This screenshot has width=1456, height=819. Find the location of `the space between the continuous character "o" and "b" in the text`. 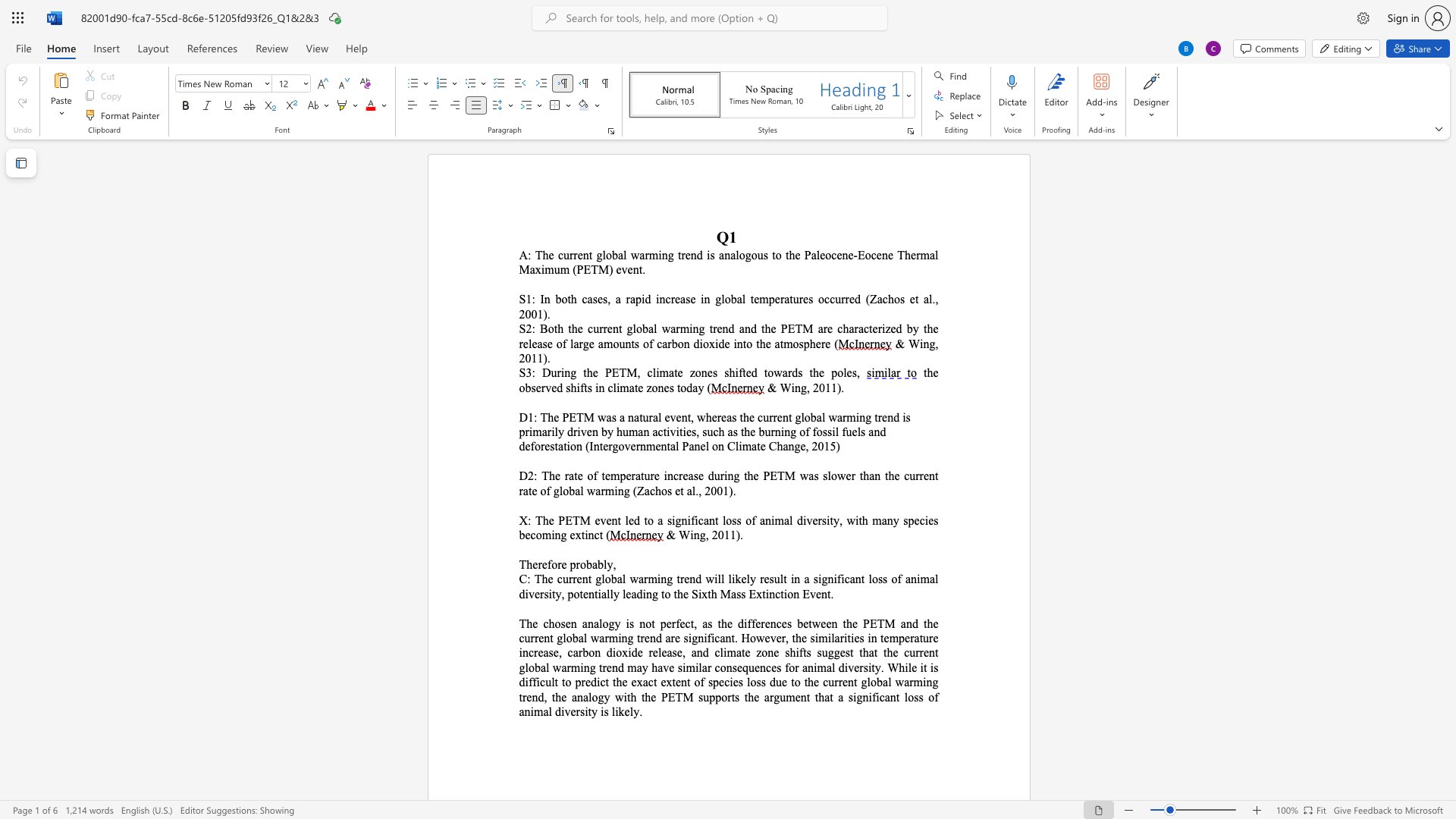

the space between the continuous character "o" and "b" in the text is located at coordinates (525, 387).